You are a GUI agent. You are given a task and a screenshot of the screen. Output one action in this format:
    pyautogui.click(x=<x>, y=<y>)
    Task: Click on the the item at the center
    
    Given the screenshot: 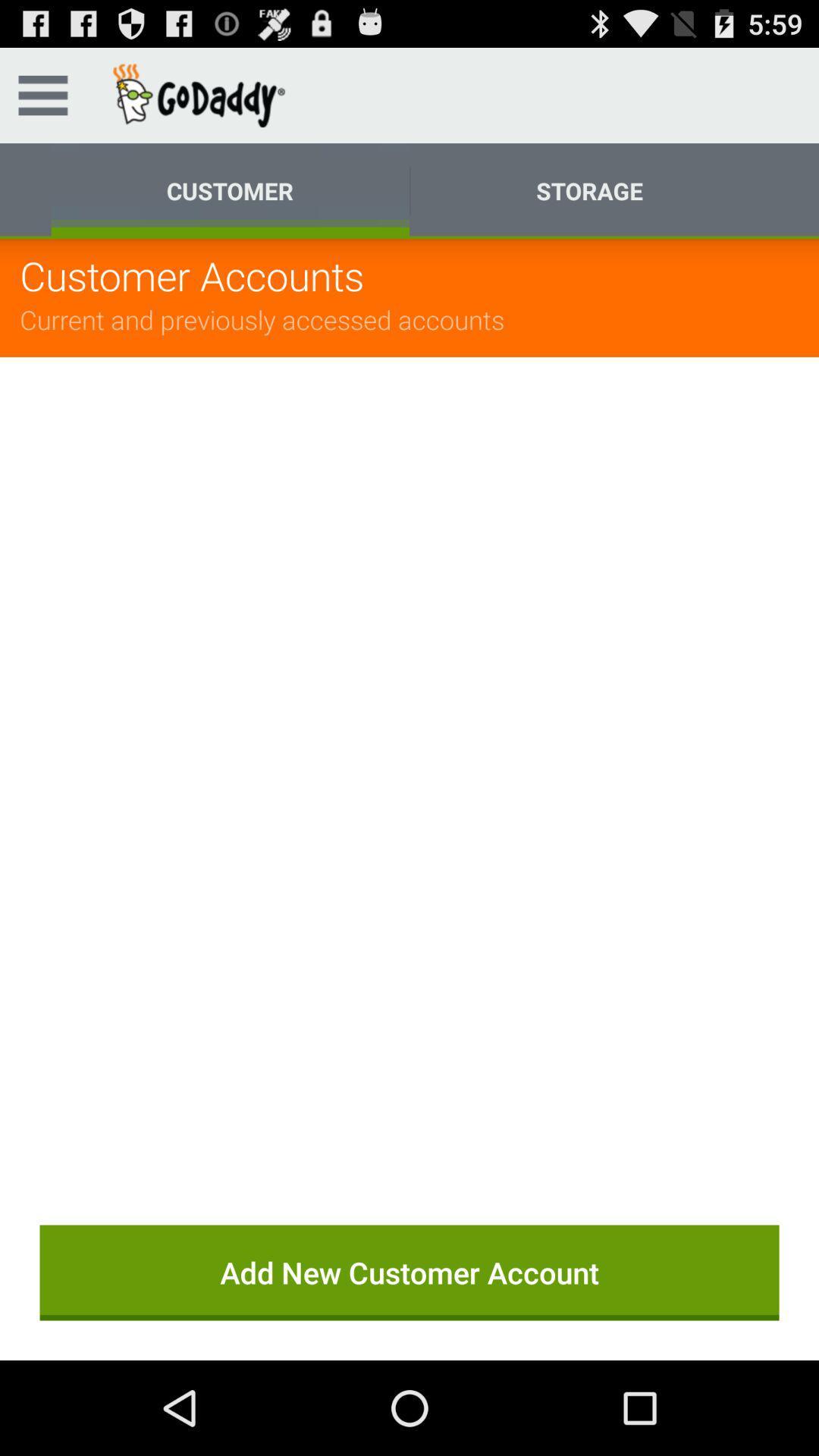 What is the action you would take?
    pyautogui.click(x=409, y=771)
    